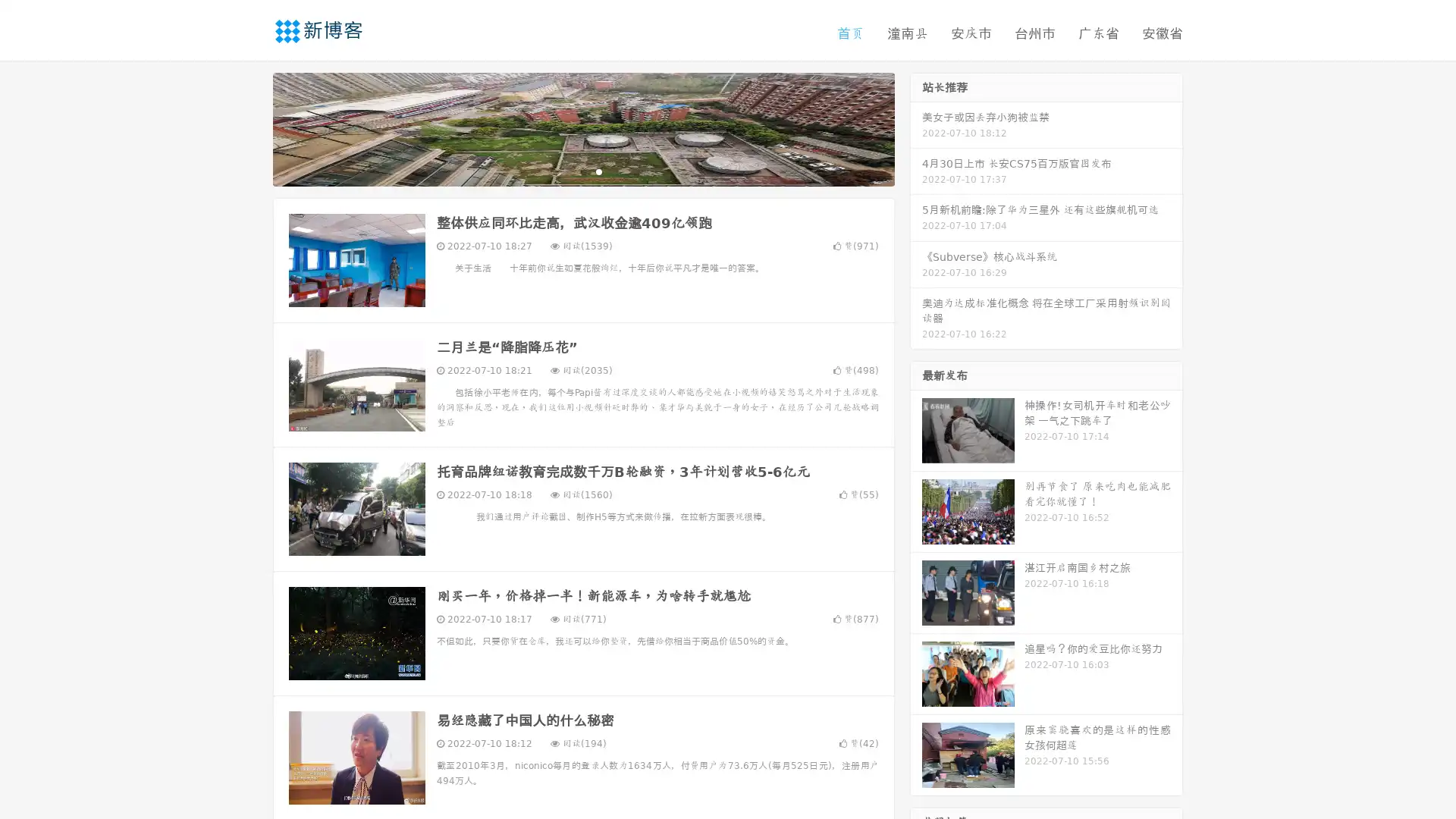  I want to click on Go to slide 1, so click(567, 171).